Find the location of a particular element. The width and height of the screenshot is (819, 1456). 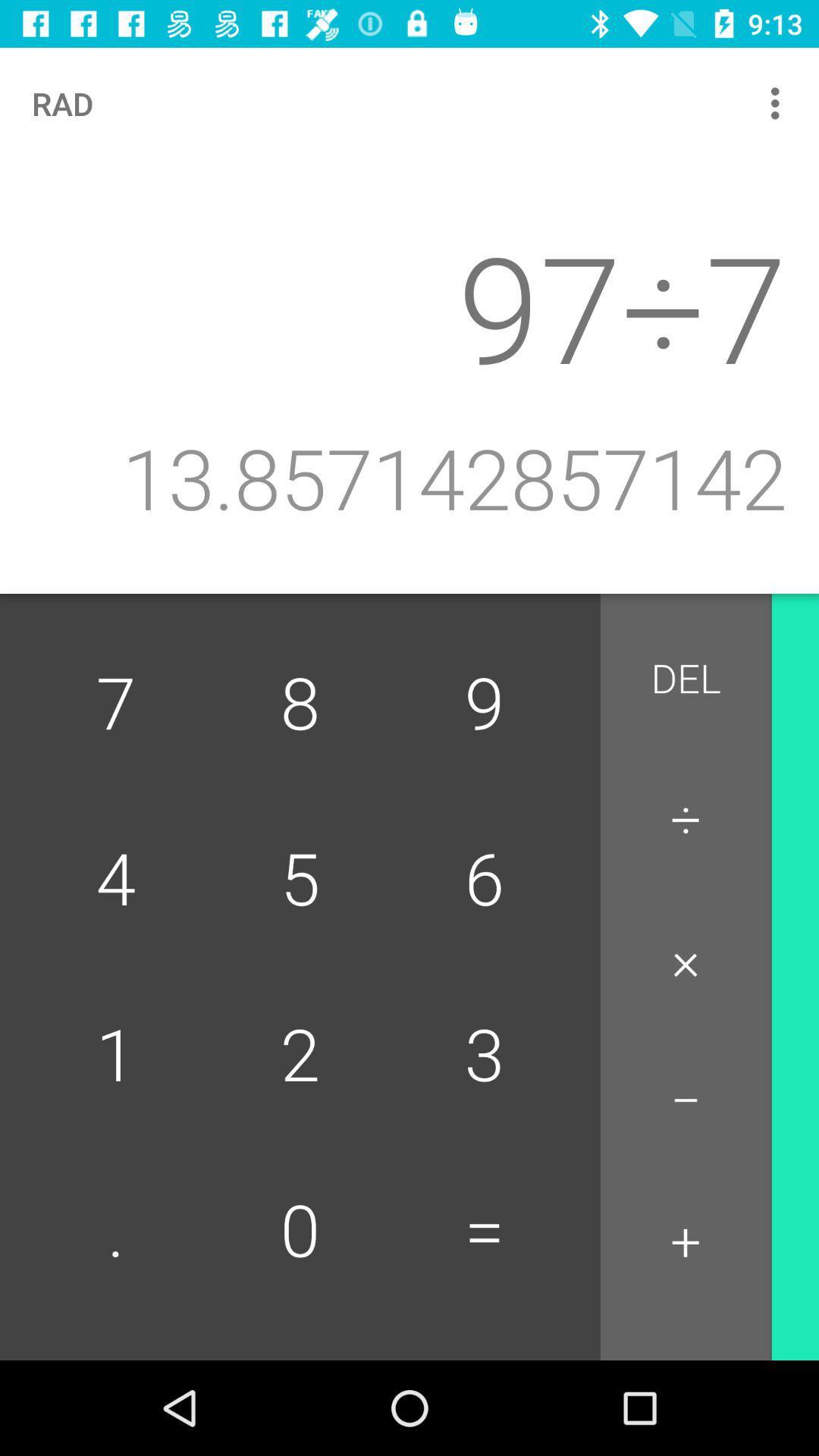

the icon to the right of the rad is located at coordinates (779, 102).